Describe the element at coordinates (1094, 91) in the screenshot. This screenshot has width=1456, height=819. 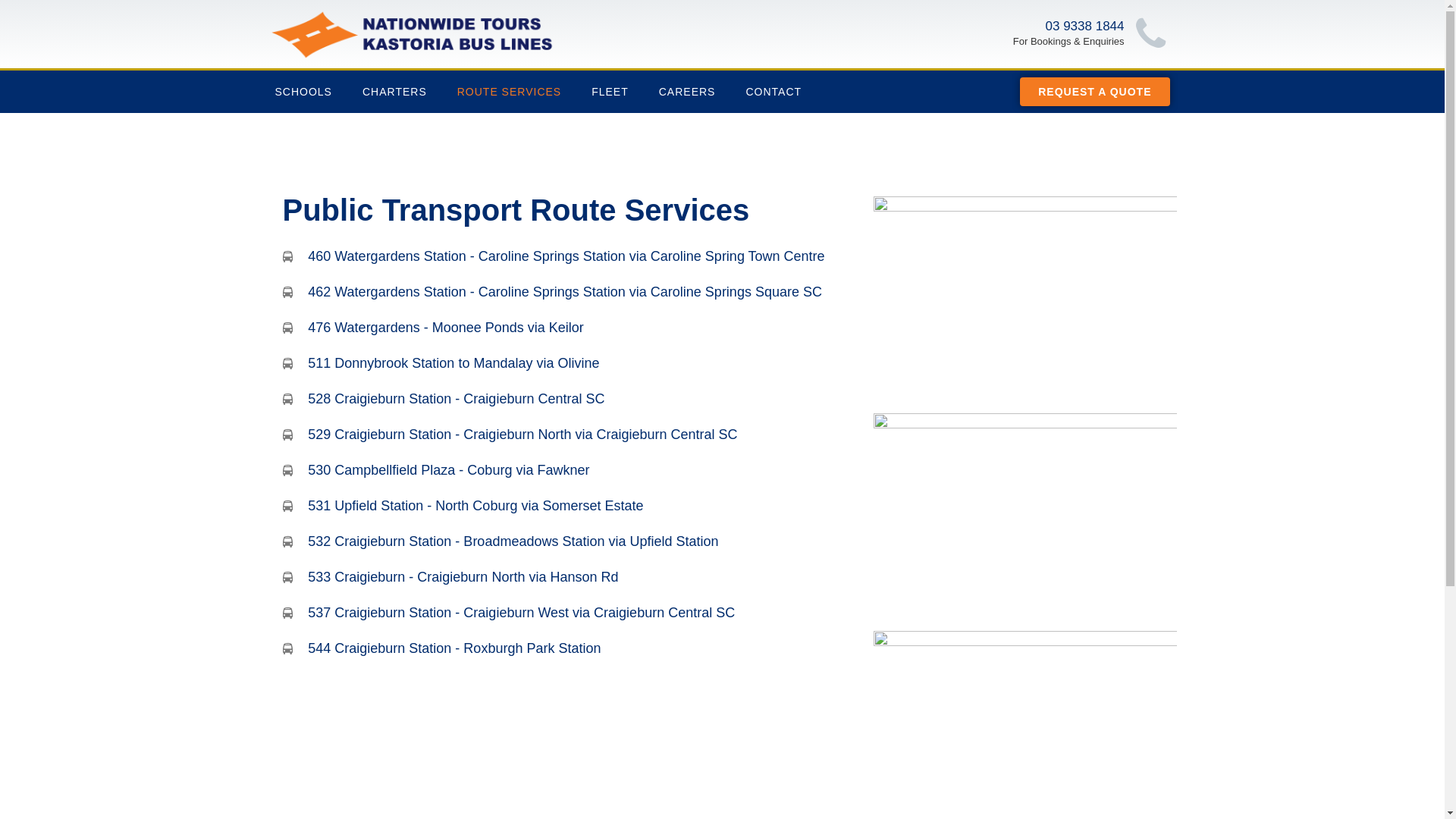
I see `'REQUEST A QUOTE'` at that location.